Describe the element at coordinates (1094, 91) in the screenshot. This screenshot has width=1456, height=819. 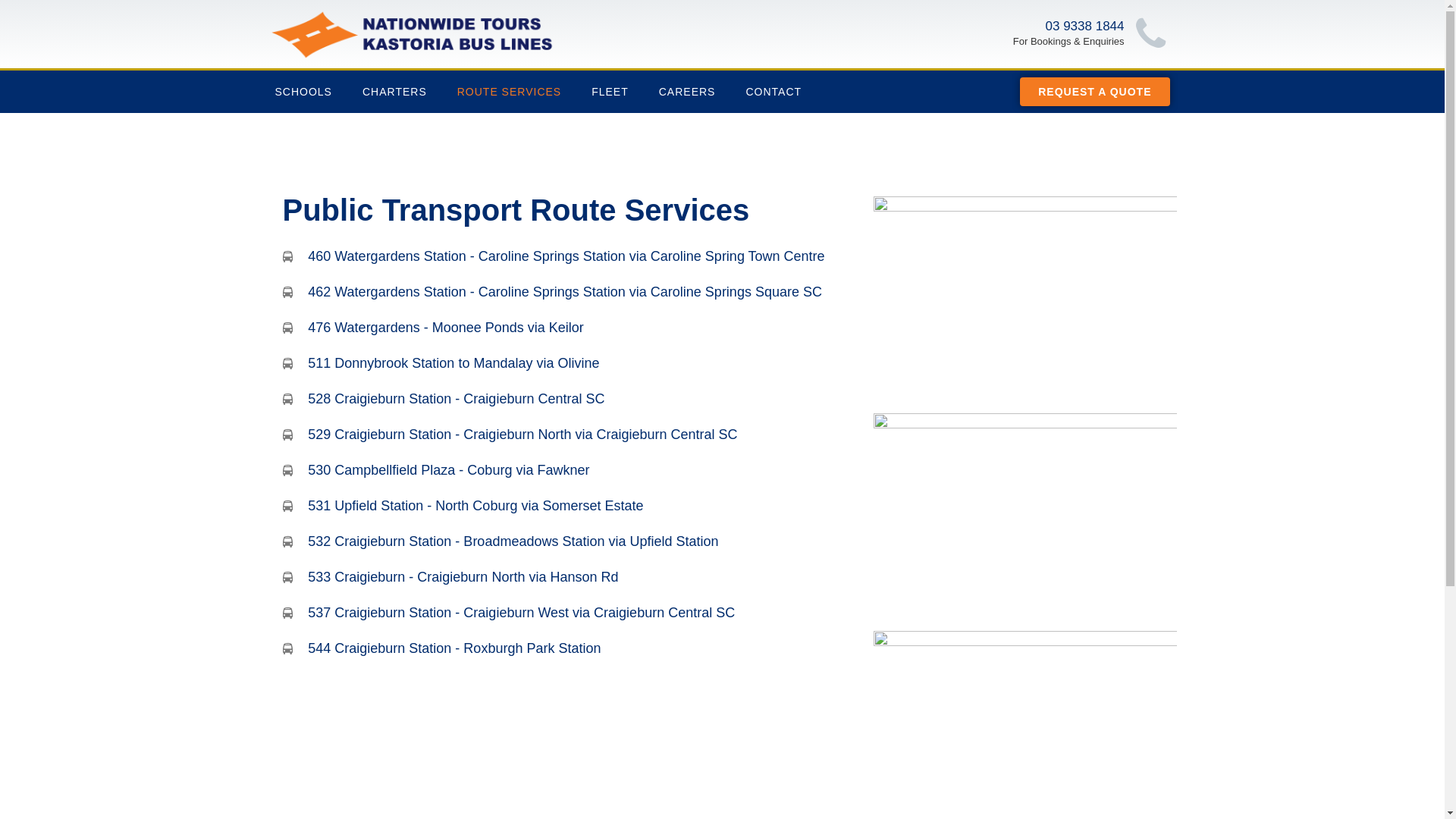
I see `'REQUEST A QUOTE'` at that location.